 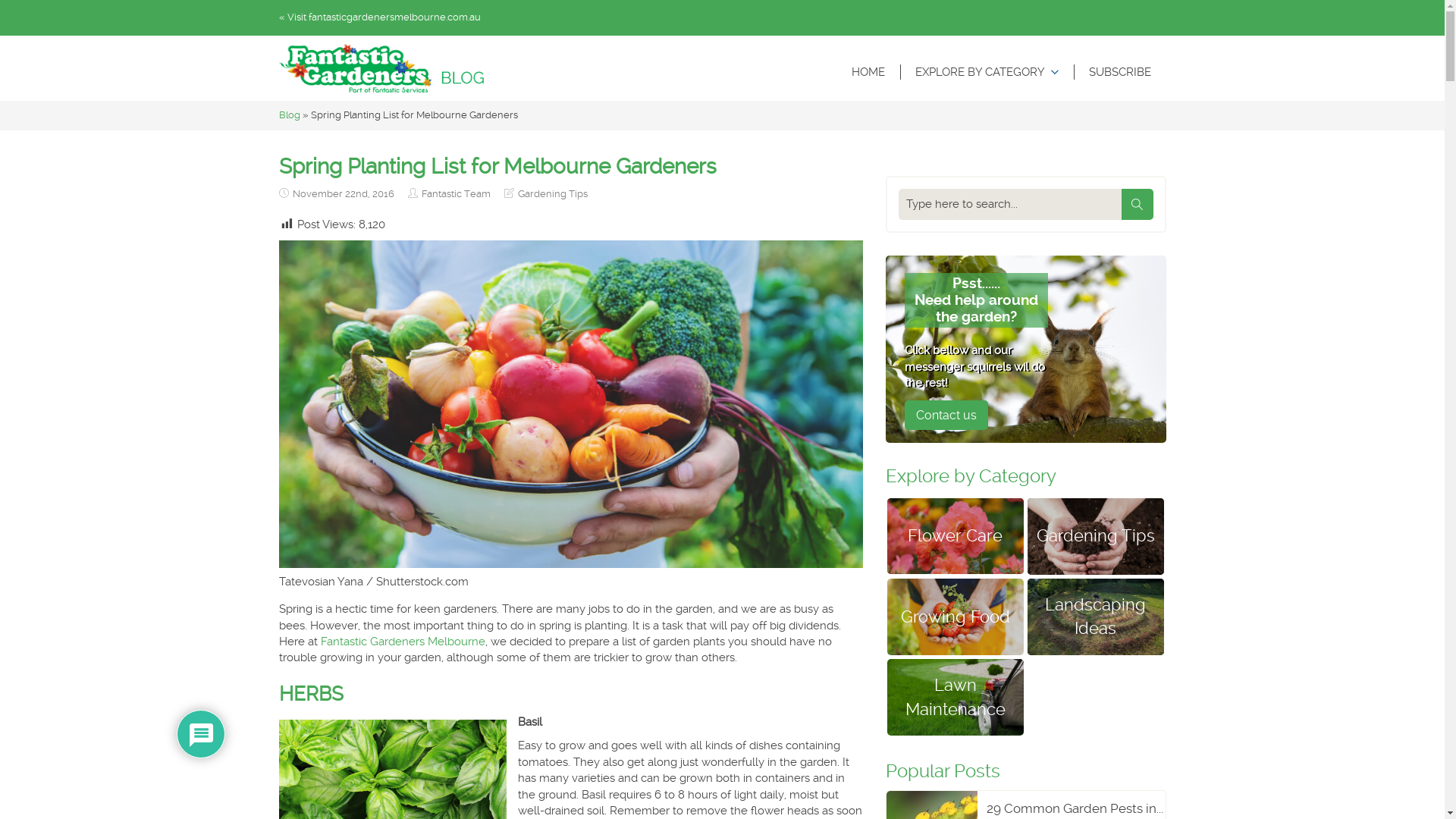 What do you see at coordinates (1136, 203) in the screenshot?
I see `'Search'` at bounding box center [1136, 203].